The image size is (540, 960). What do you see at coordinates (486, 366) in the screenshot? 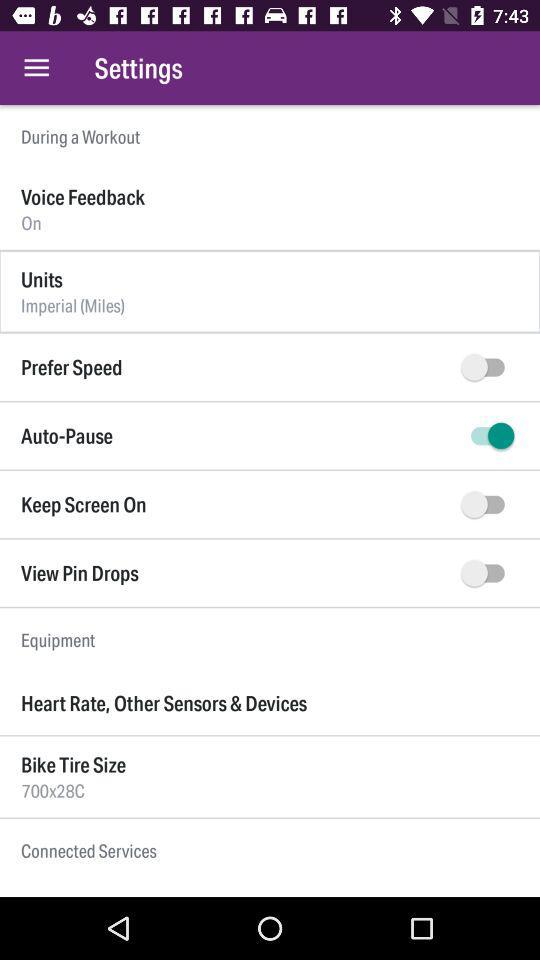
I see `turn on prefer speed` at bounding box center [486, 366].